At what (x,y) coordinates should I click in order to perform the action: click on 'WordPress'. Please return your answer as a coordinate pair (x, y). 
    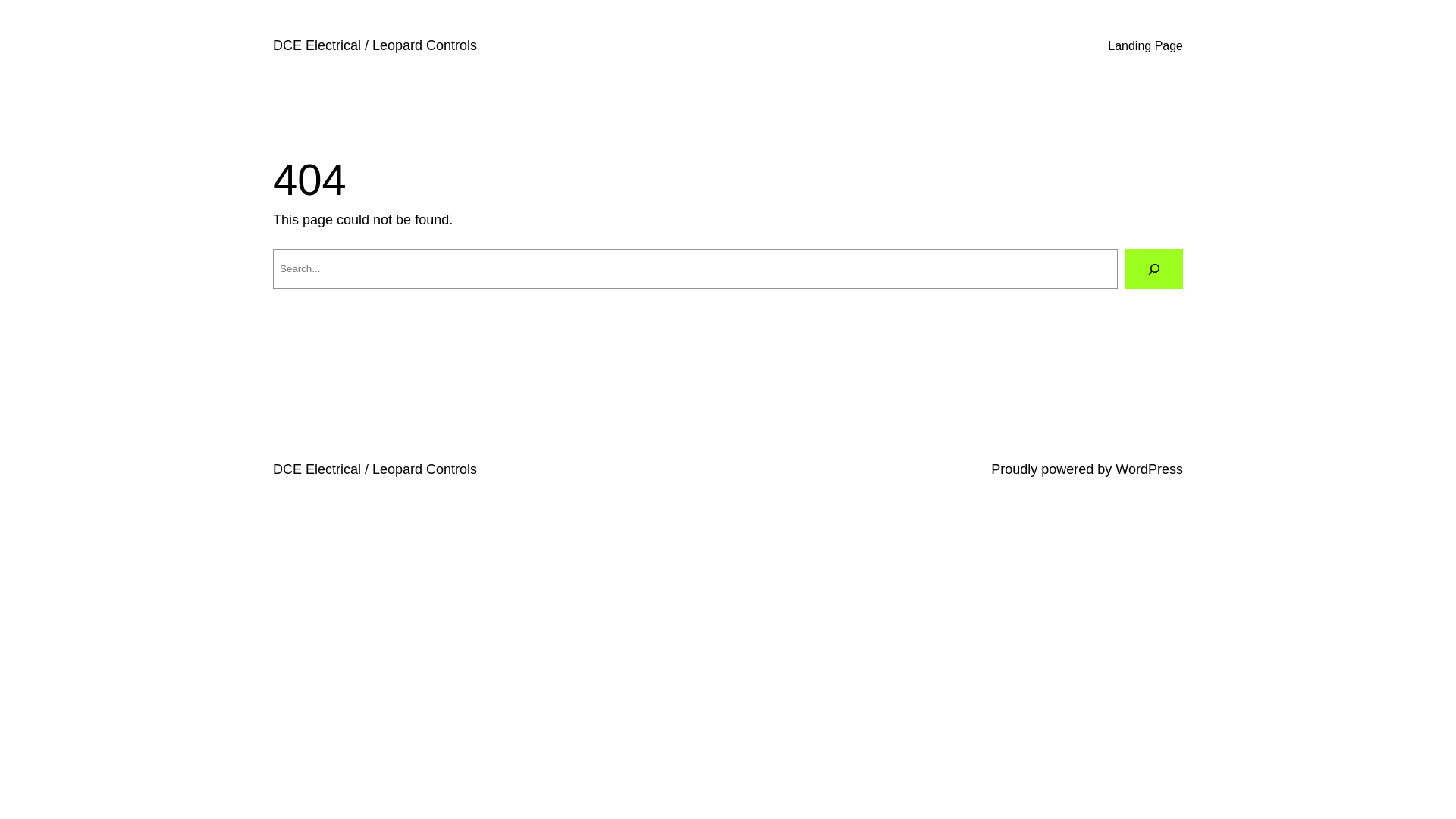
    Looking at the image, I should click on (1149, 468).